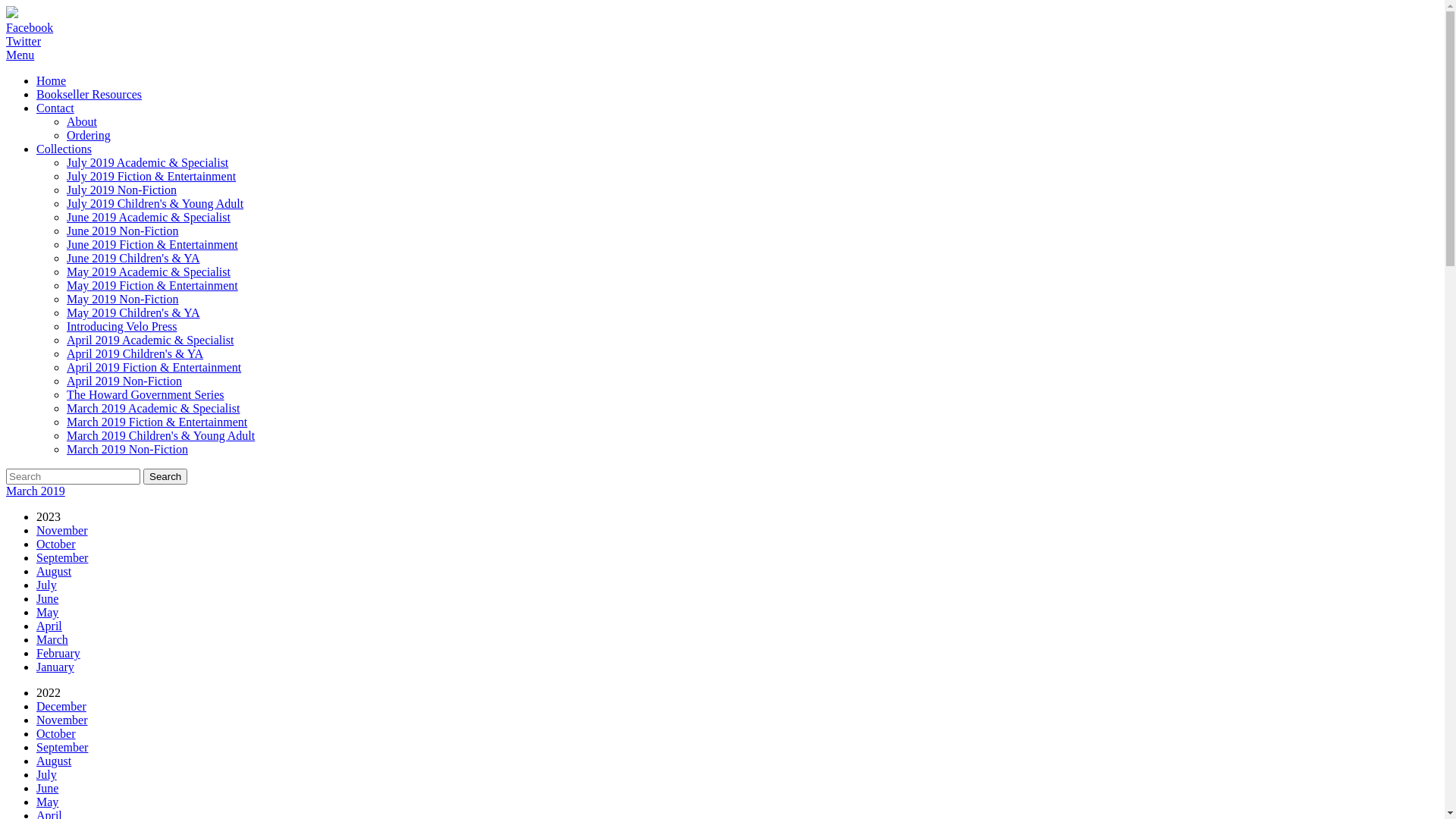  What do you see at coordinates (133, 257) in the screenshot?
I see `'June 2019 Children's & YA'` at bounding box center [133, 257].